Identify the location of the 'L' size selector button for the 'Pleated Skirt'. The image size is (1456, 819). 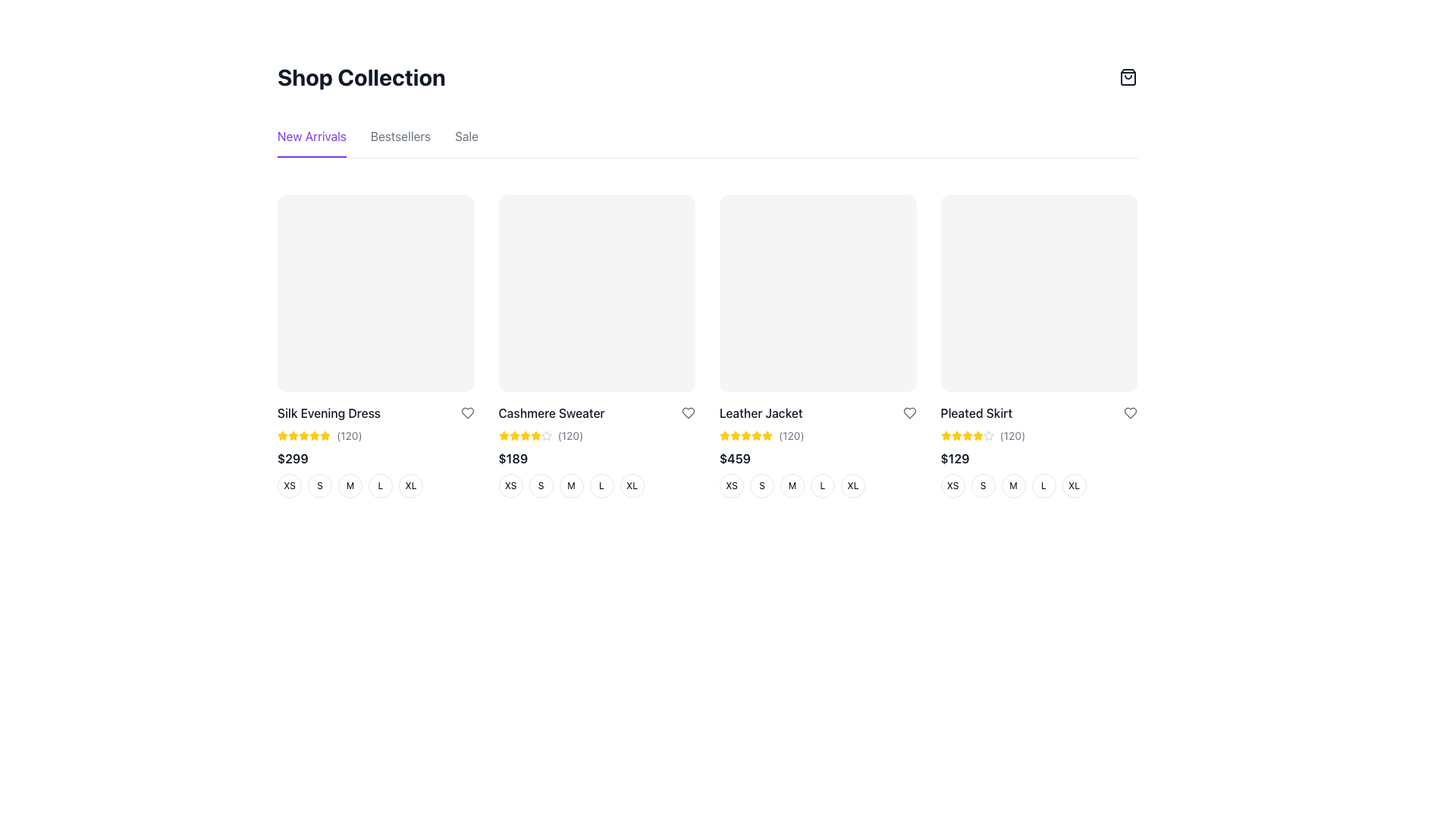
(1043, 485).